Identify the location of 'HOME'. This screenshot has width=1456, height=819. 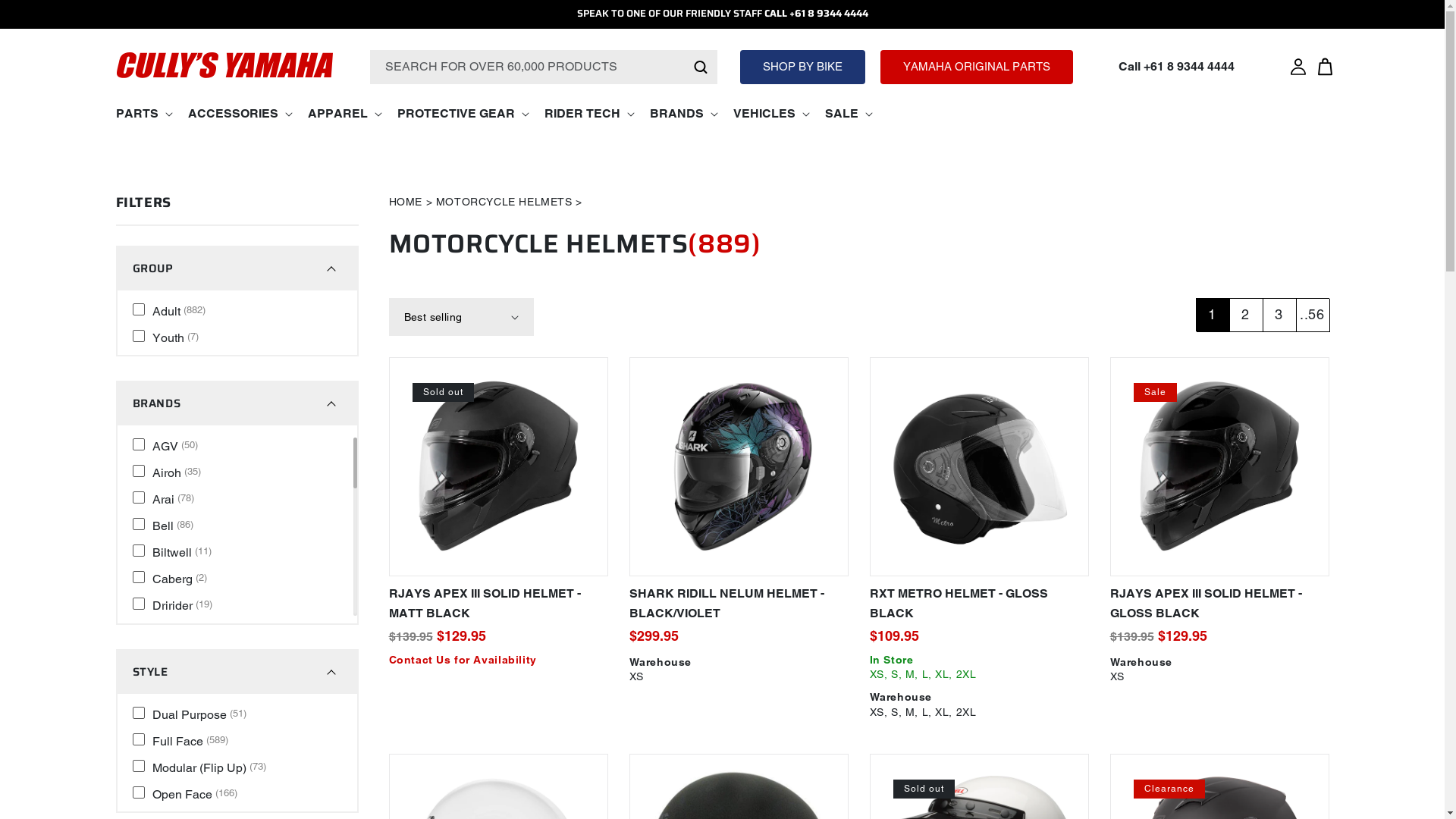
(404, 201).